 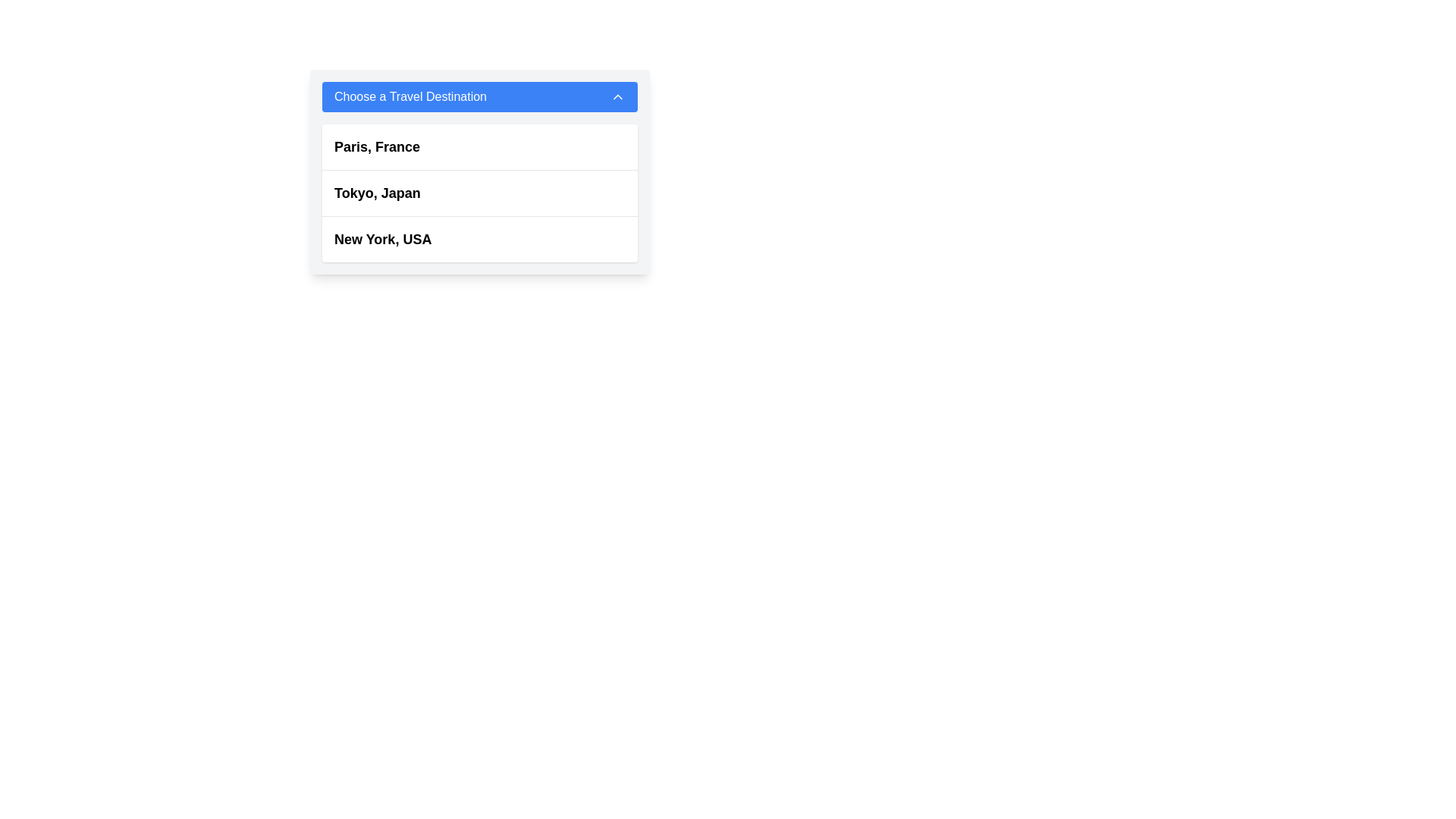 What do you see at coordinates (479, 239) in the screenshot?
I see `the dropdown list item labeled 'New York, USA'` at bounding box center [479, 239].